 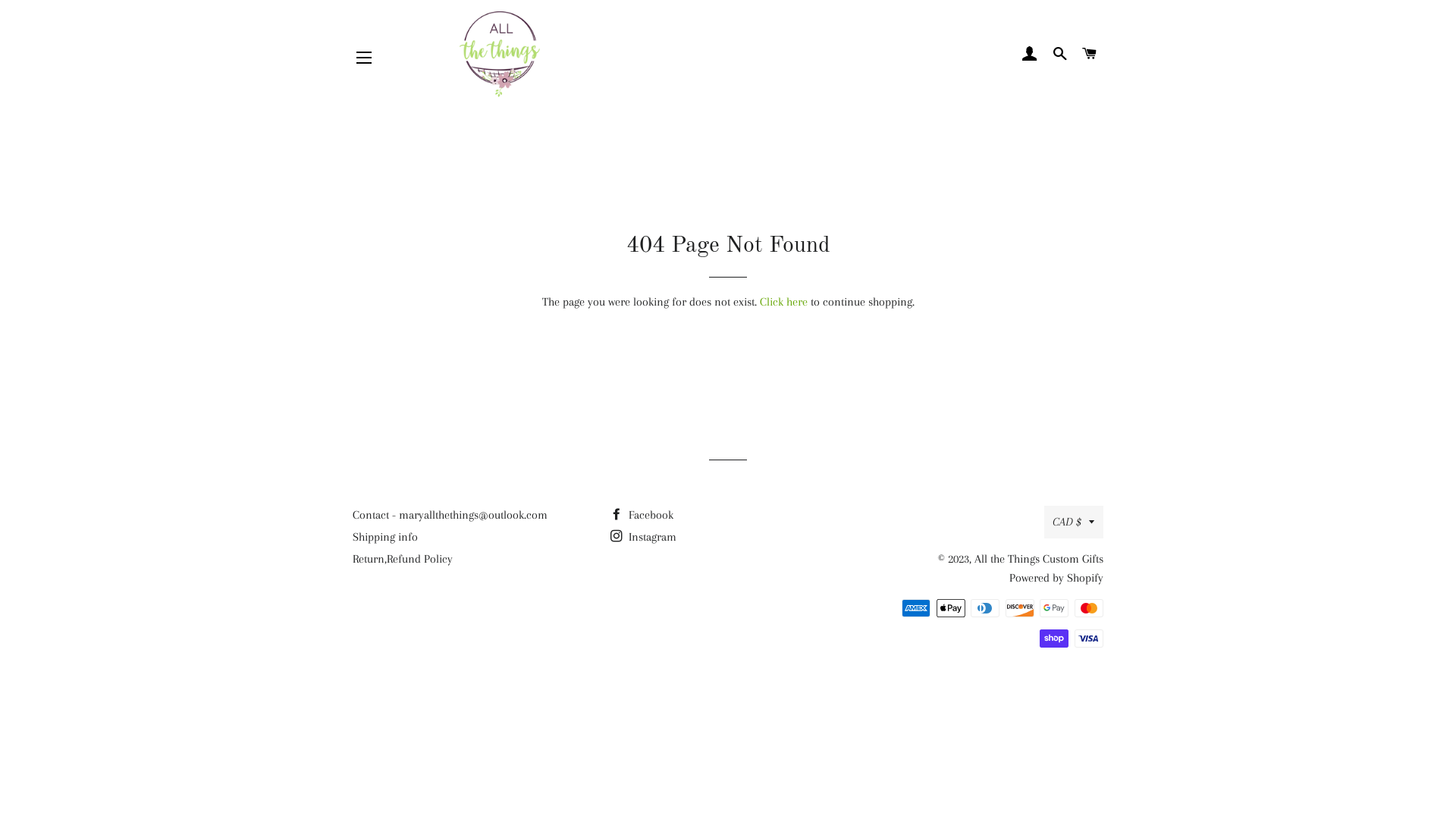 I want to click on 'Shipping info', so click(x=385, y=536).